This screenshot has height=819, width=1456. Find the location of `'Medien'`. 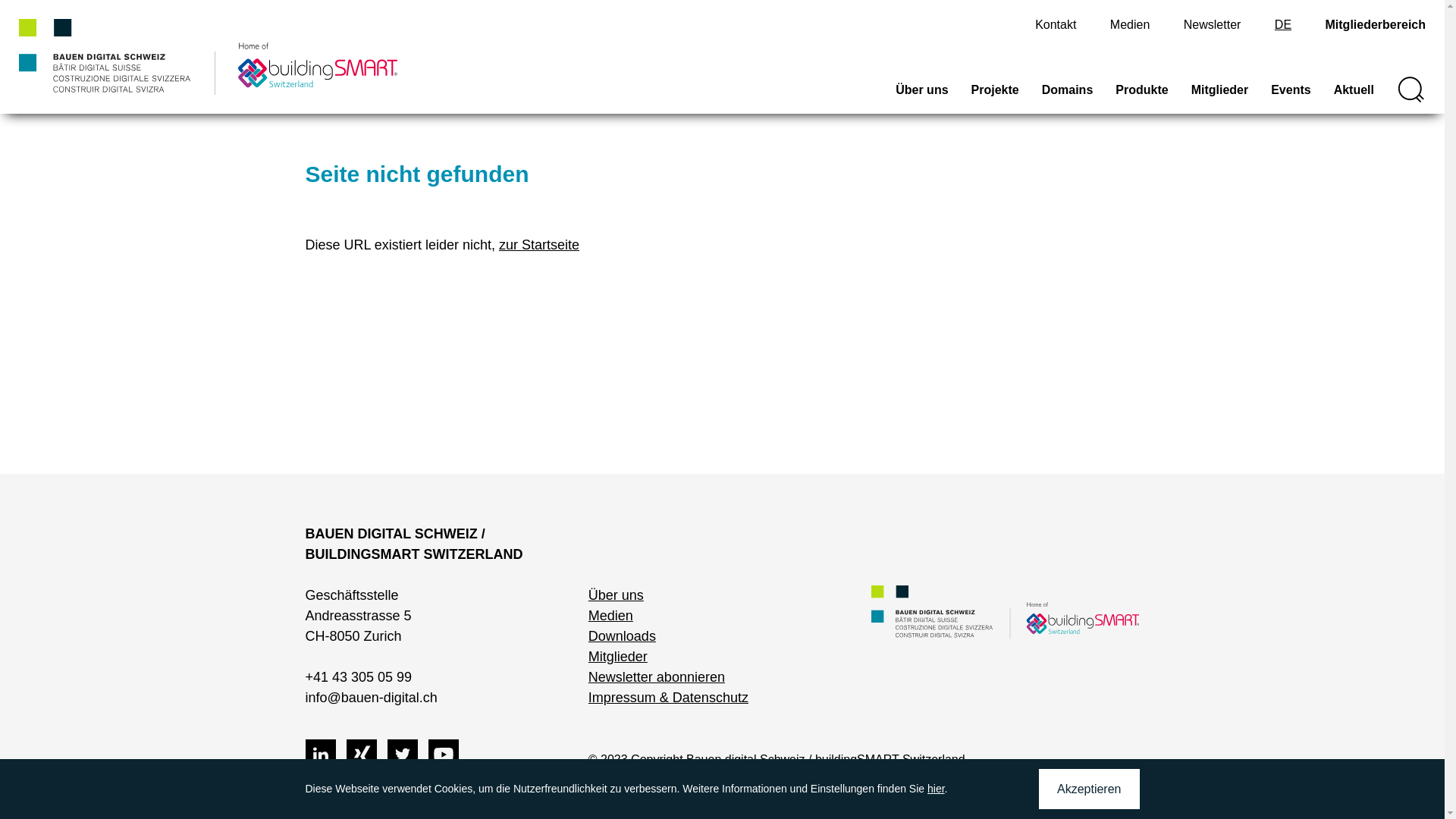

'Medien' is located at coordinates (1110, 24).